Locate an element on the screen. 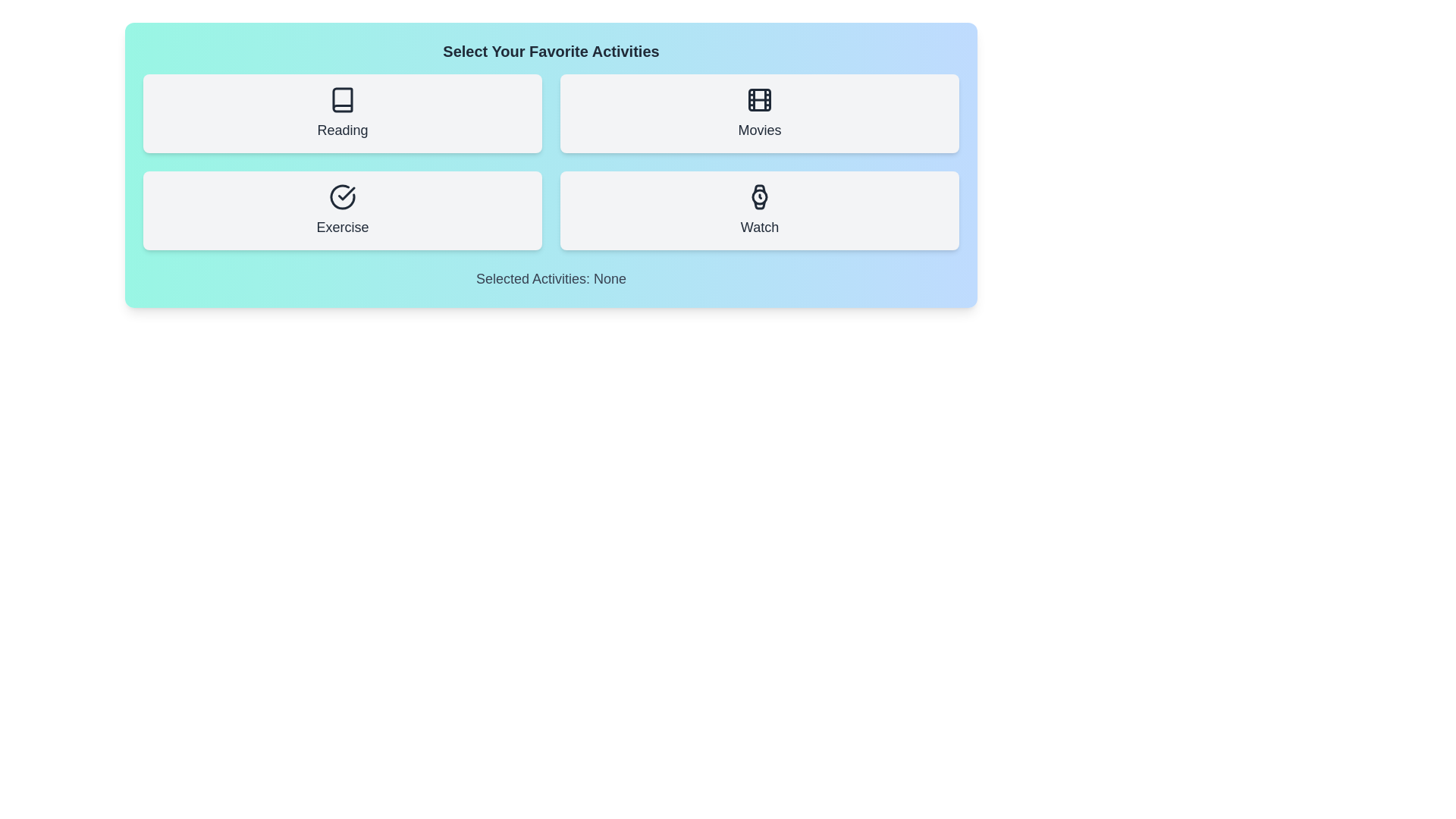  the background of the component is located at coordinates (550, 396).